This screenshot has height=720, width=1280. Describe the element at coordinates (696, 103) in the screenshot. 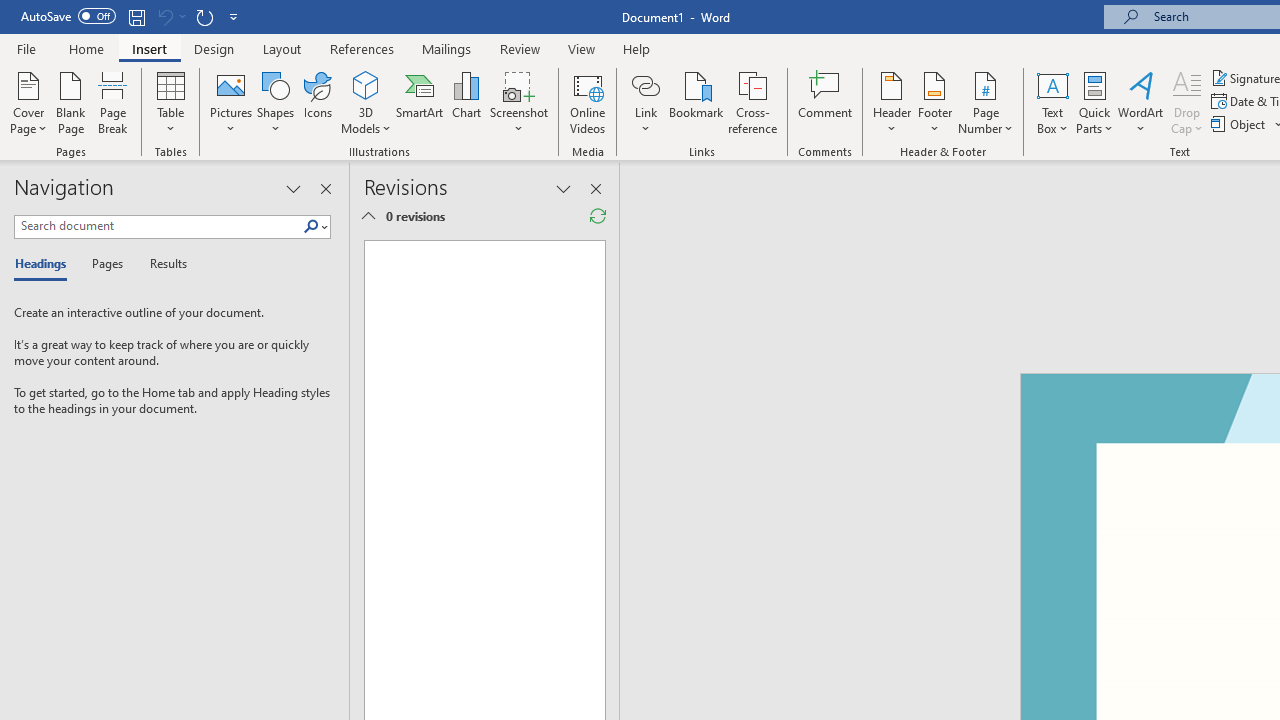

I see `'Bookmark...'` at that location.